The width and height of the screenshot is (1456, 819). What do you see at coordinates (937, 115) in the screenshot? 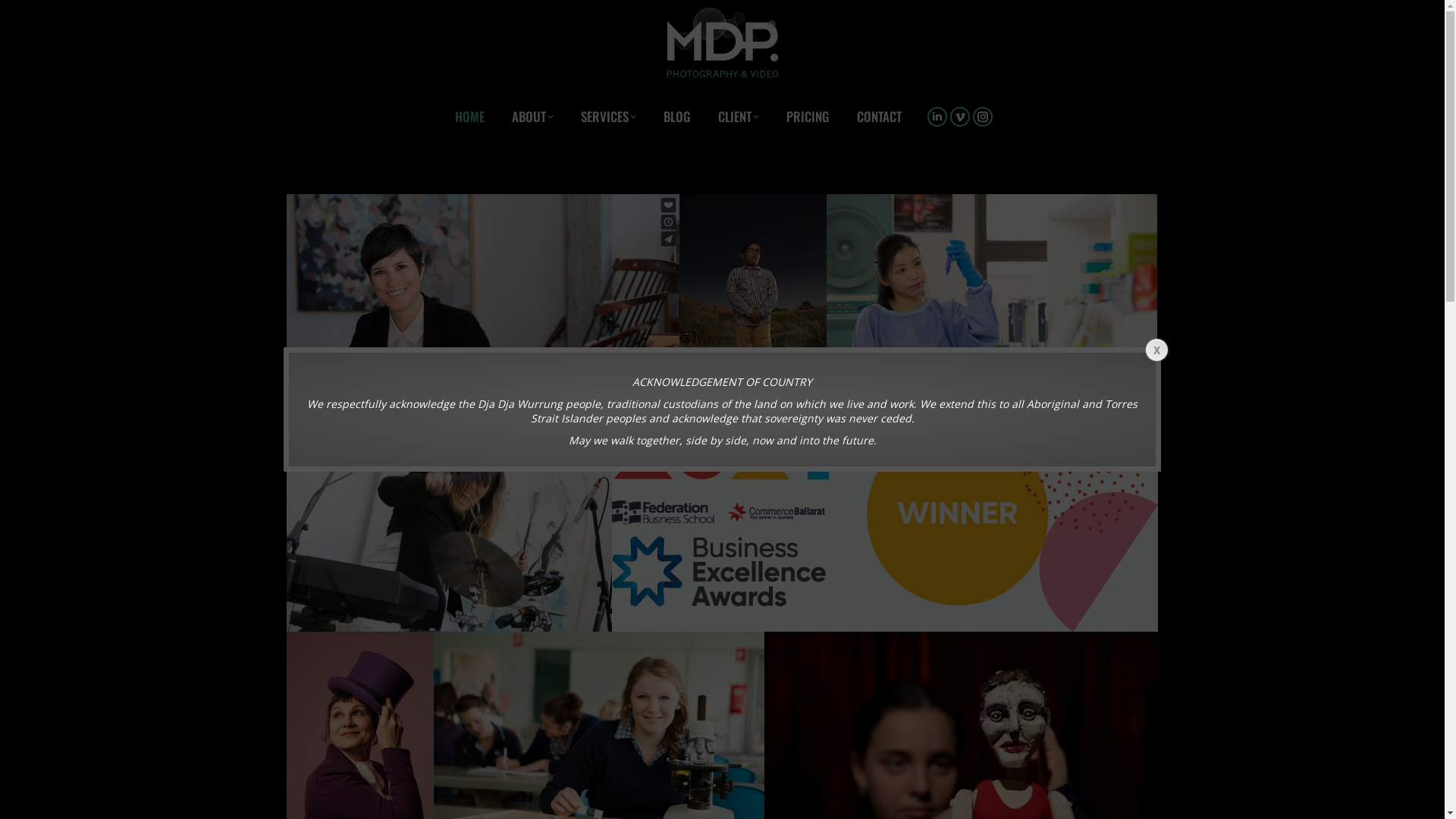
I see `'Linkedin page opens in new window'` at bounding box center [937, 115].